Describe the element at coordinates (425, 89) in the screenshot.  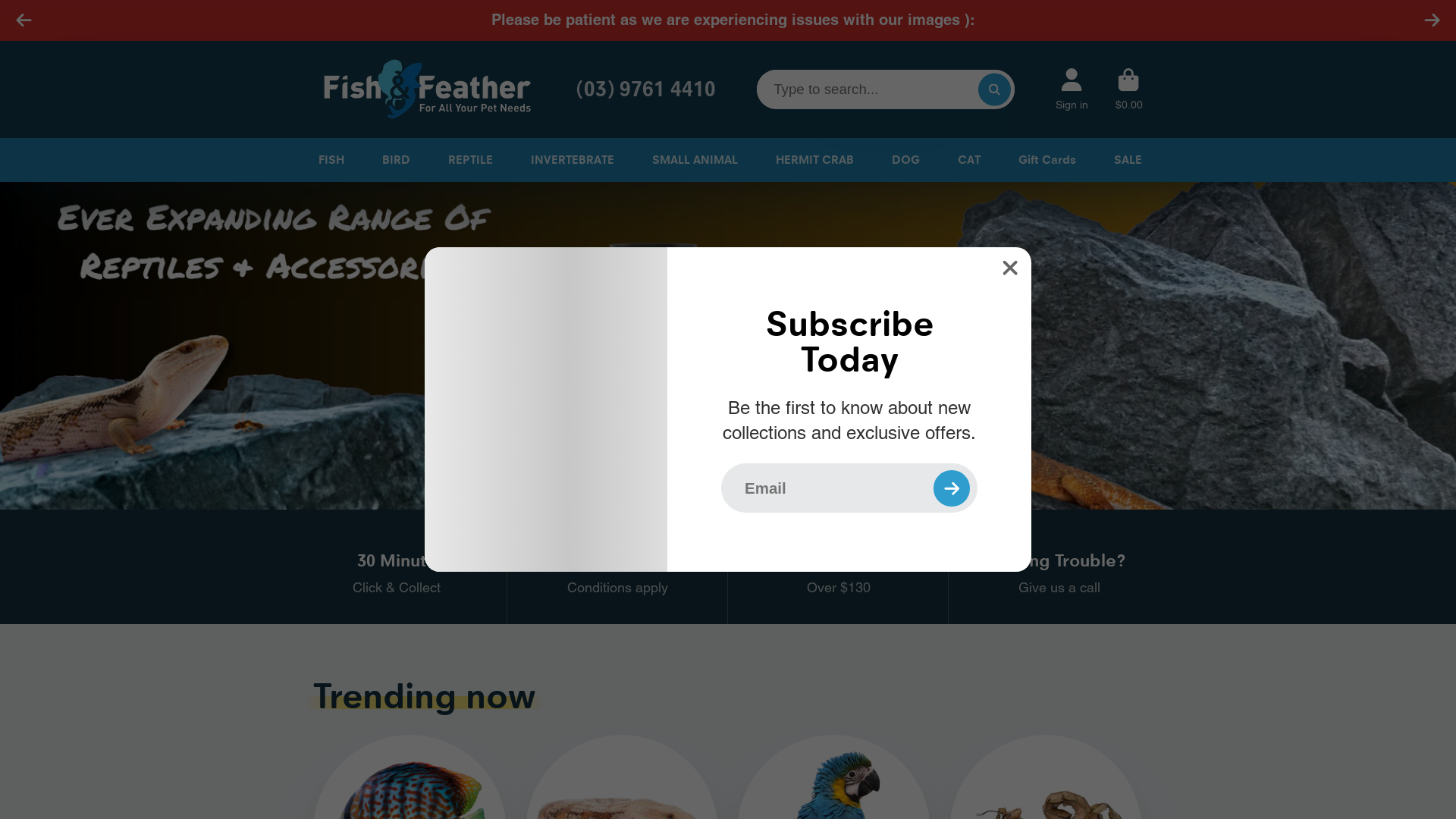
I see `'Logo'` at that location.